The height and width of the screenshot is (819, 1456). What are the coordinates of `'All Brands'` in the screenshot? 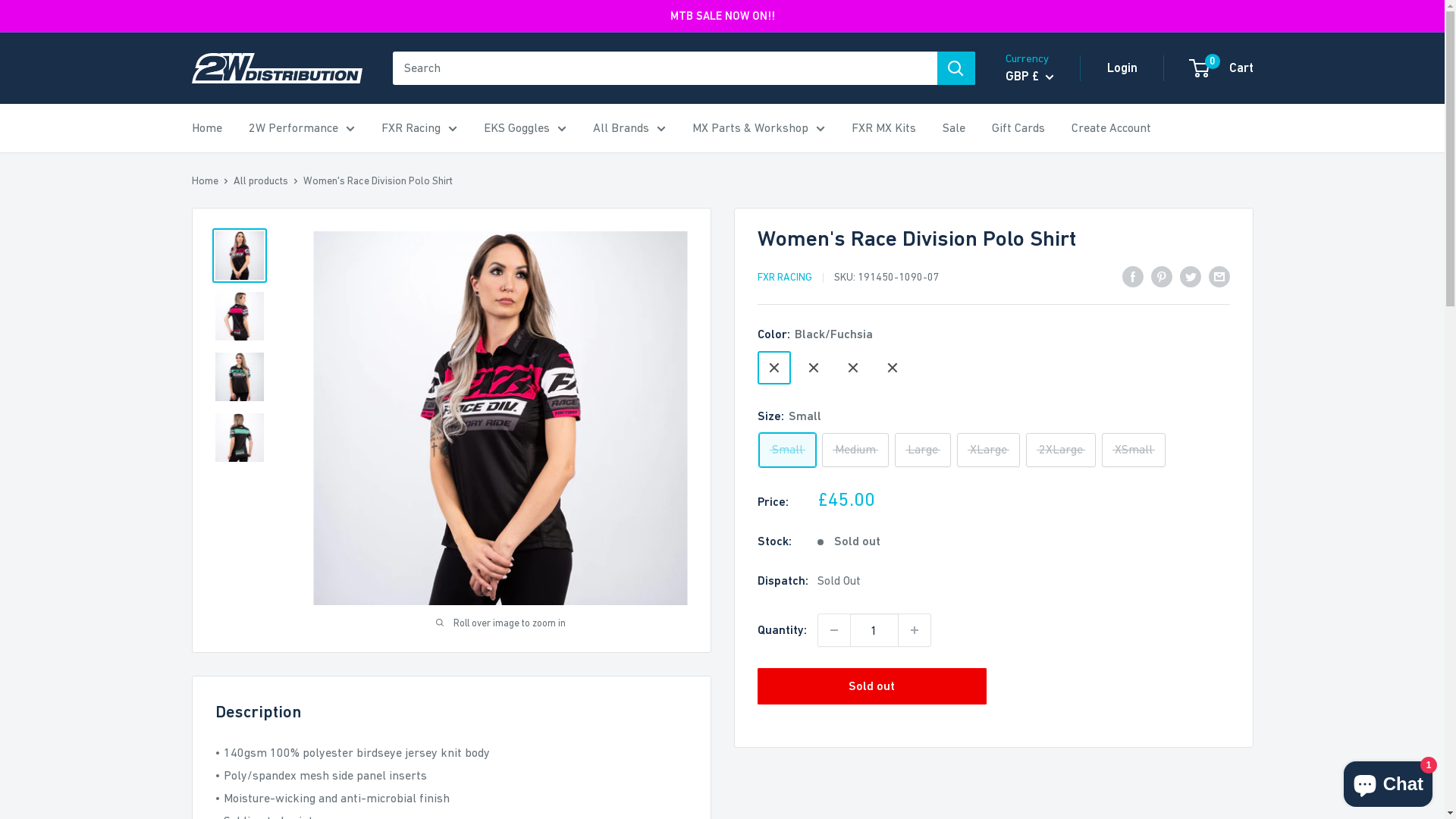 It's located at (629, 127).